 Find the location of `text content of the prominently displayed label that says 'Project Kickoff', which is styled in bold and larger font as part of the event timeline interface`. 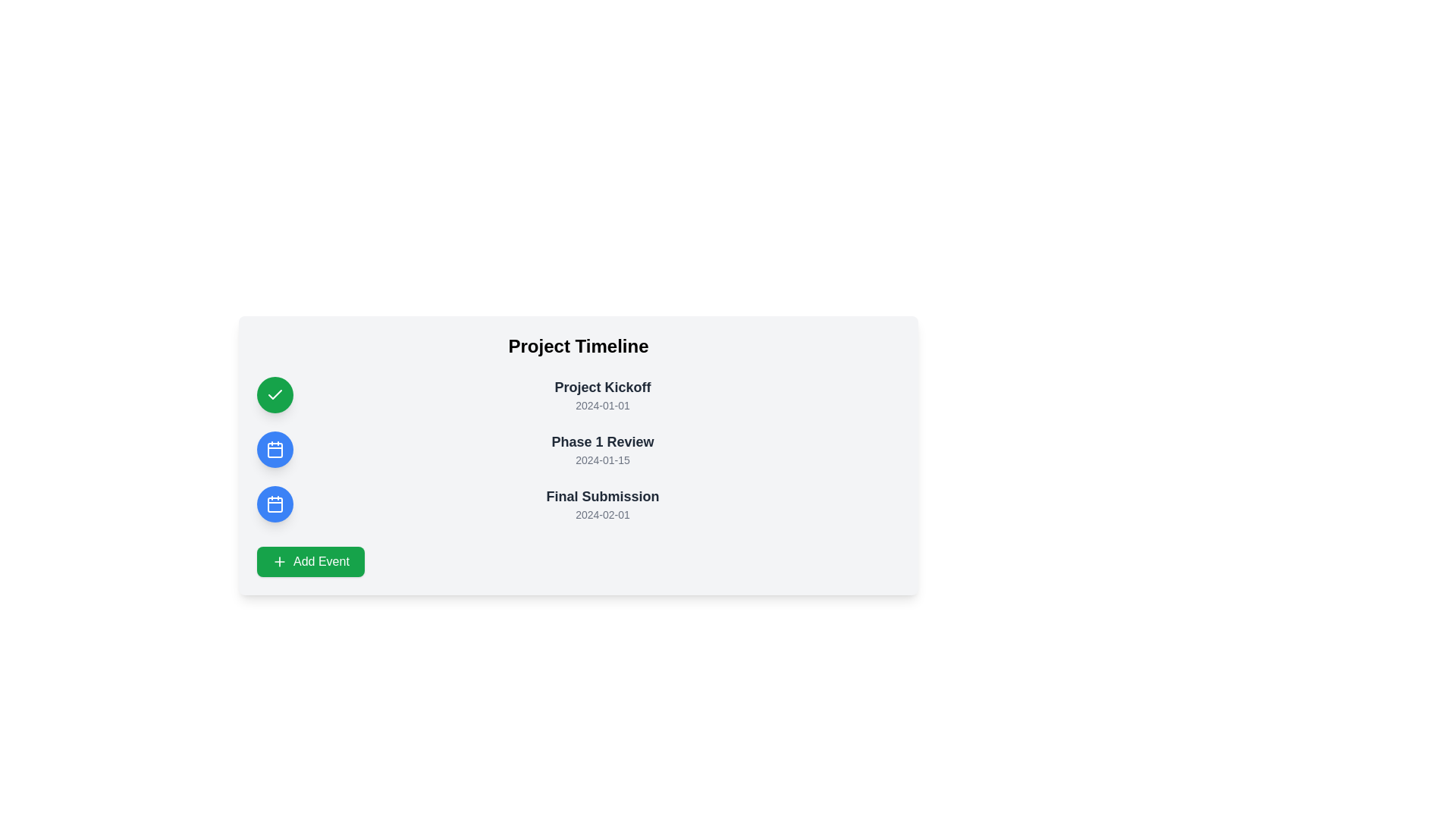

text content of the prominently displayed label that says 'Project Kickoff', which is styled in bold and larger font as part of the event timeline interface is located at coordinates (602, 386).